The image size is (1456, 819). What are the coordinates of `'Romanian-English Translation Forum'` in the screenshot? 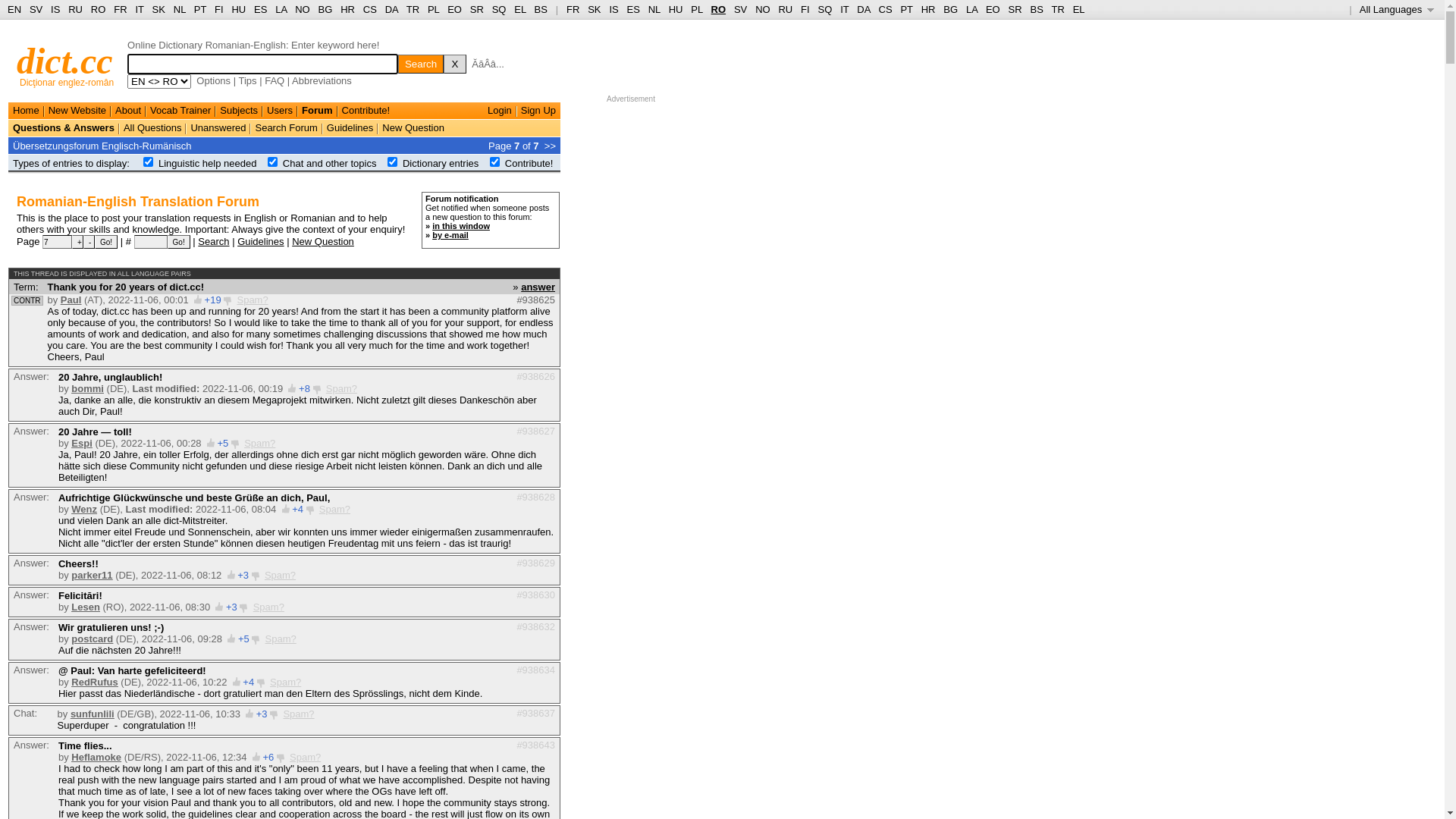 It's located at (138, 201).